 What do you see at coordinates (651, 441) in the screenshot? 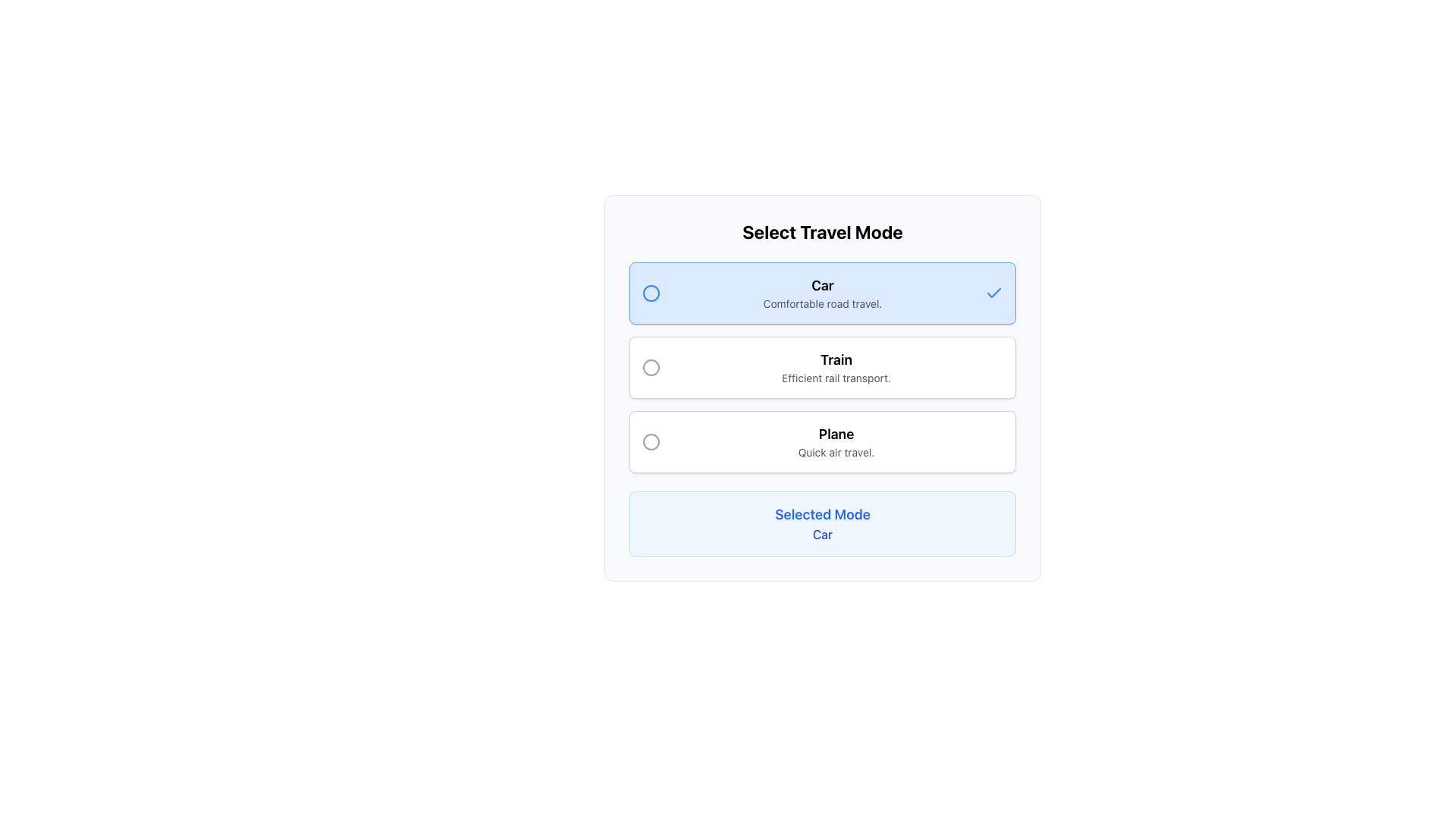
I see `the 'Plane' travel mode selection icon located inside the third option in the list of travel modes, positioned to the left of the text content 'Plane' and 'Quick air travel.'` at bounding box center [651, 441].